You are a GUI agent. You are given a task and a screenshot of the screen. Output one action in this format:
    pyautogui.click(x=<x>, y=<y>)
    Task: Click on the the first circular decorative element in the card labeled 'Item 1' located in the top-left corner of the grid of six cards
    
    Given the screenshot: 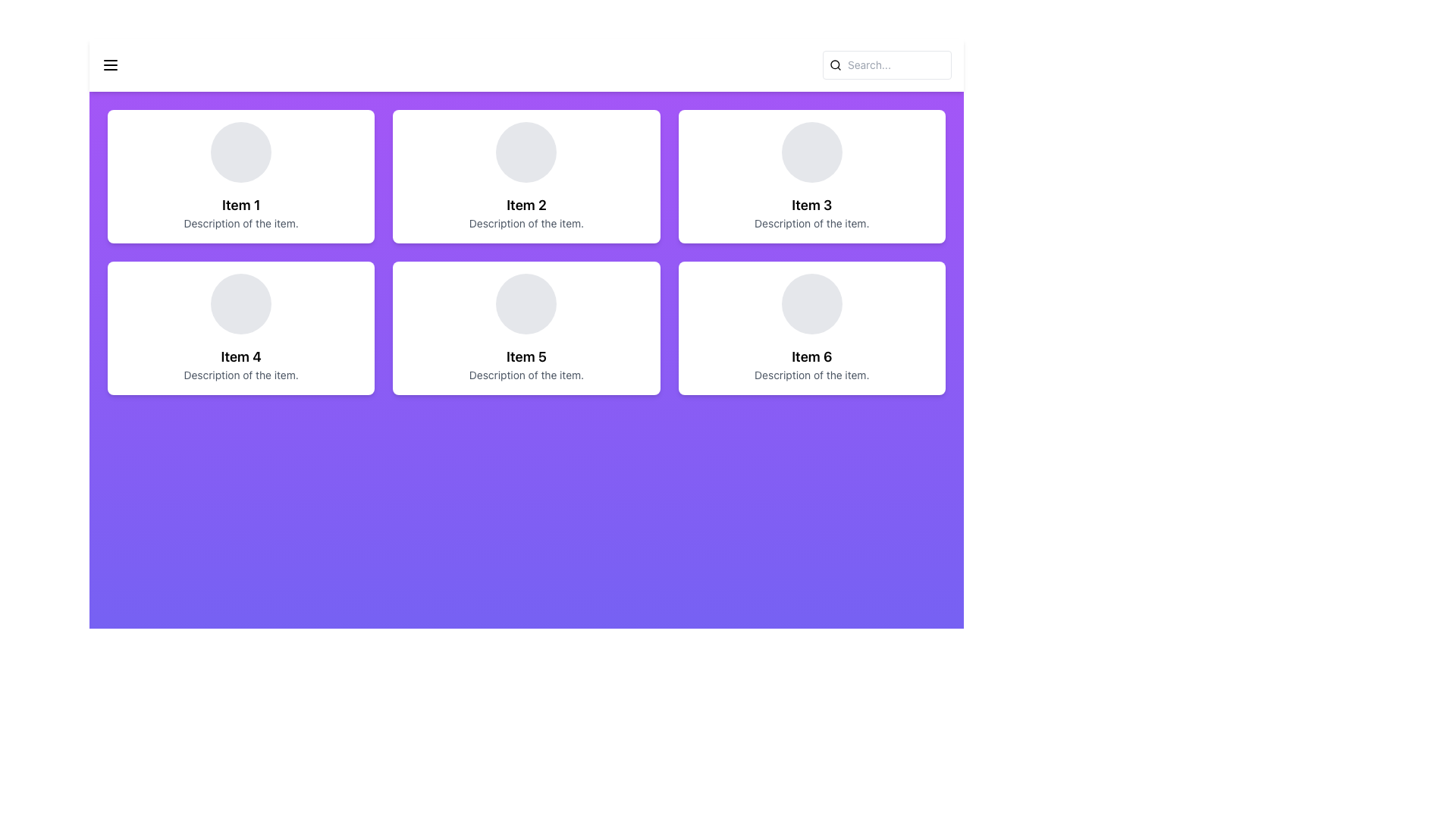 What is the action you would take?
    pyautogui.click(x=240, y=152)
    